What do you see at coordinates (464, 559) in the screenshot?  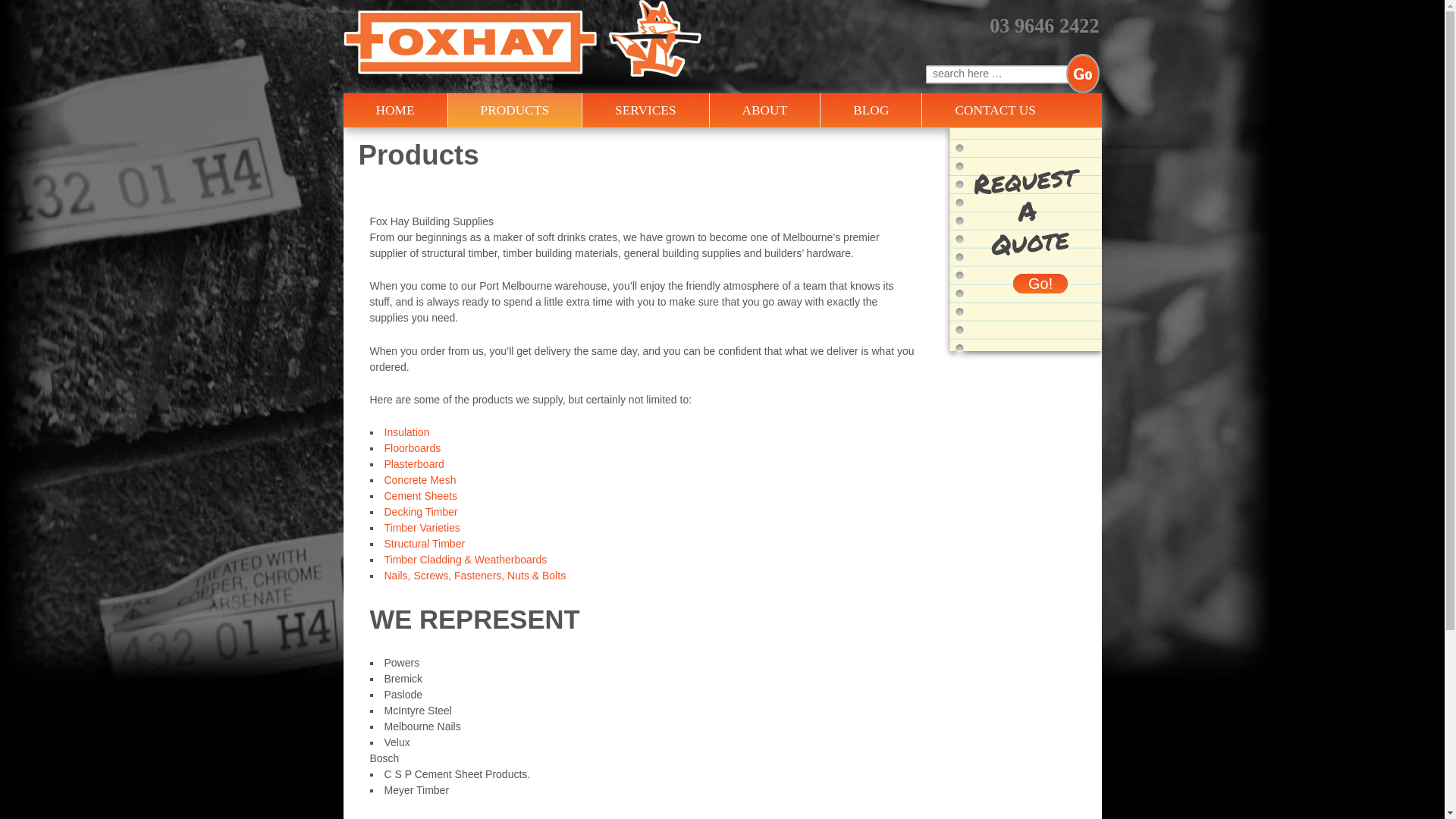 I see `'Timber Cladding & Weatherboards'` at bounding box center [464, 559].